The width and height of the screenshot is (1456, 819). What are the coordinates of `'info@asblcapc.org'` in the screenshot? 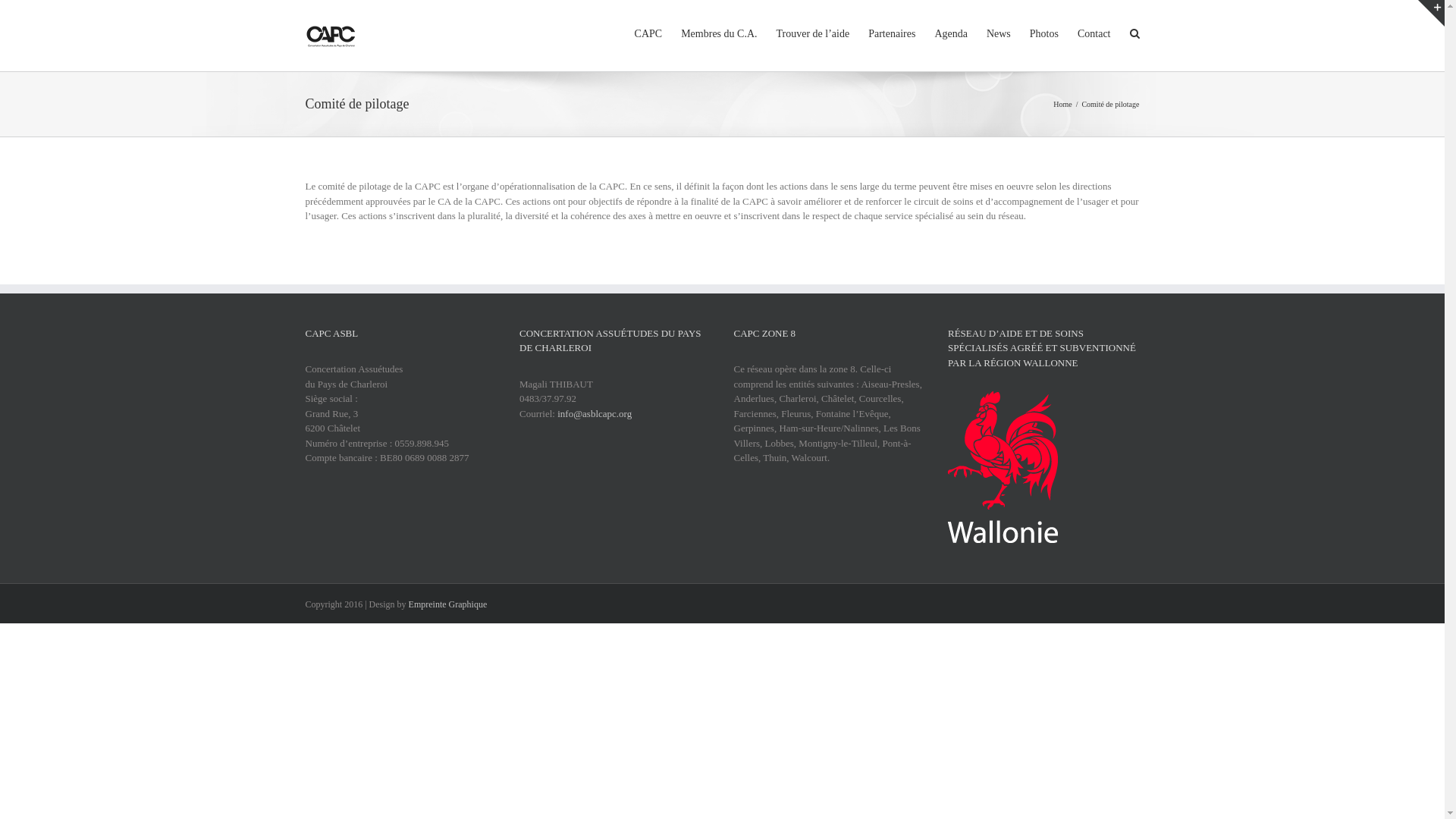 It's located at (556, 413).